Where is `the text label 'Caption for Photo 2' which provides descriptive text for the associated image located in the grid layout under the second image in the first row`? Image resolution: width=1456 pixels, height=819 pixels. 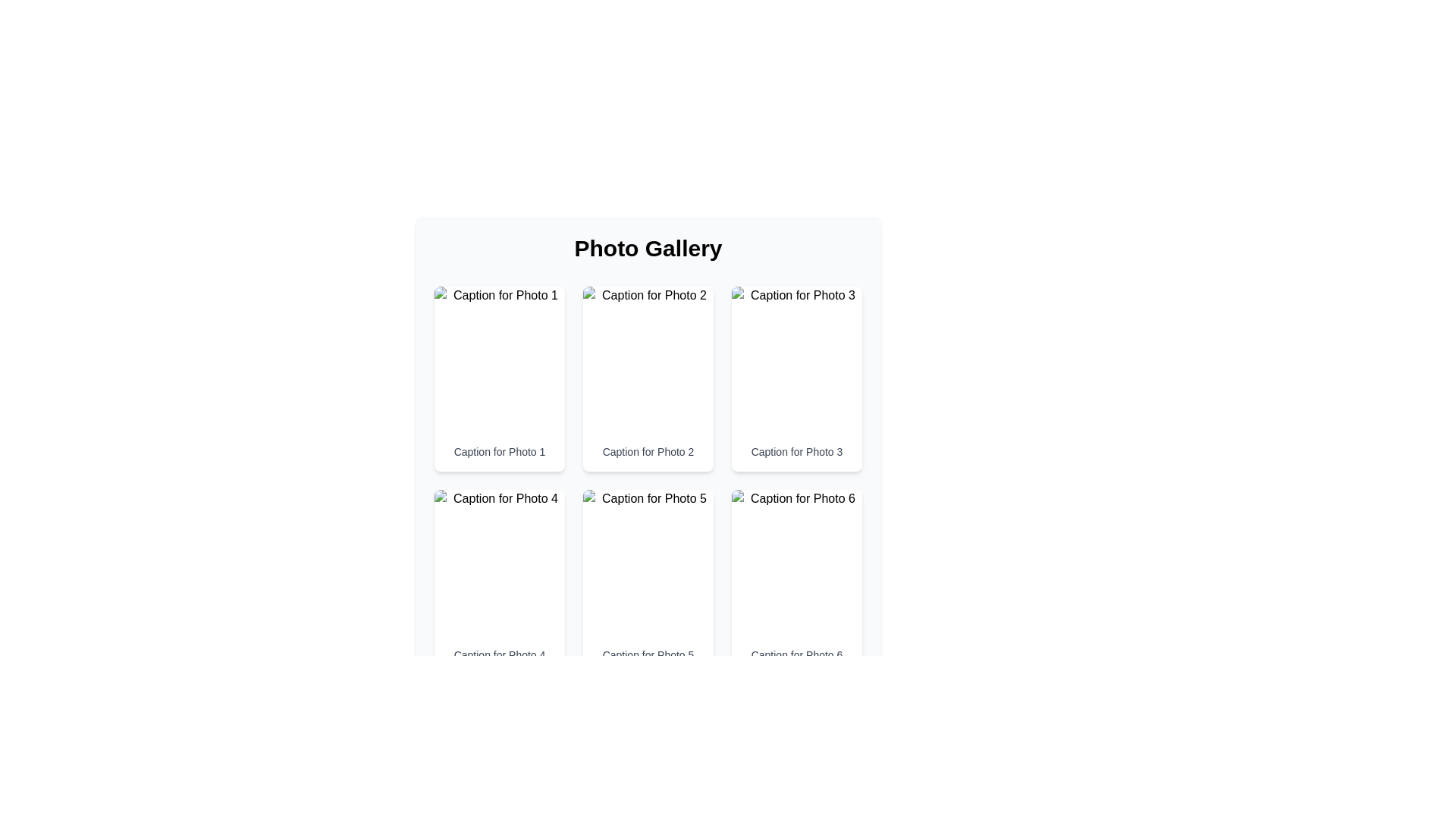 the text label 'Caption for Photo 2' which provides descriptive text for the associated image located in the grid layout under the second image in the first row is located at coordinates (648, 451).